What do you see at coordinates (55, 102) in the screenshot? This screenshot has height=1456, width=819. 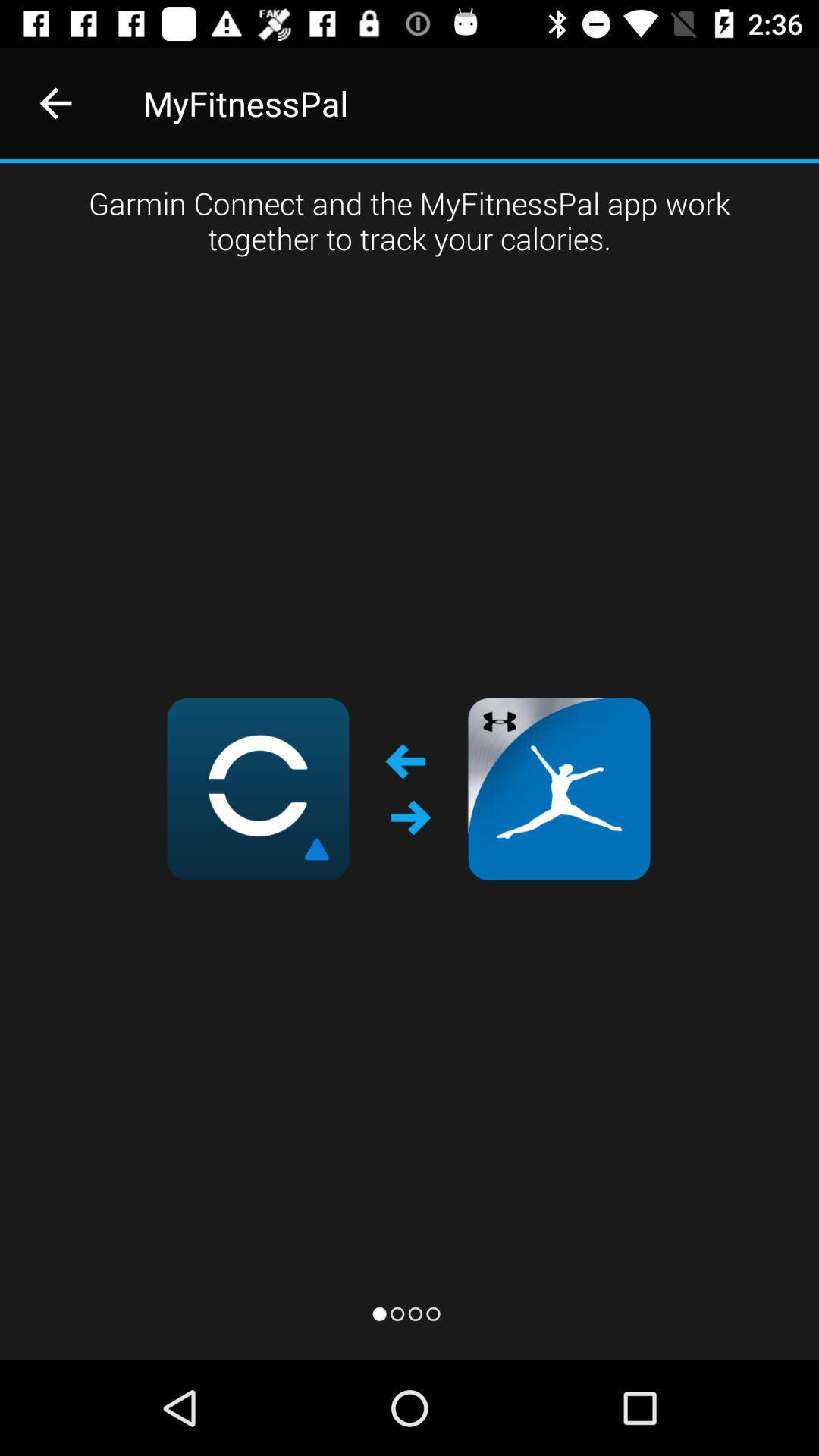 I see `icon to the left of myfitnesspal` at bounding box center [55, 102].